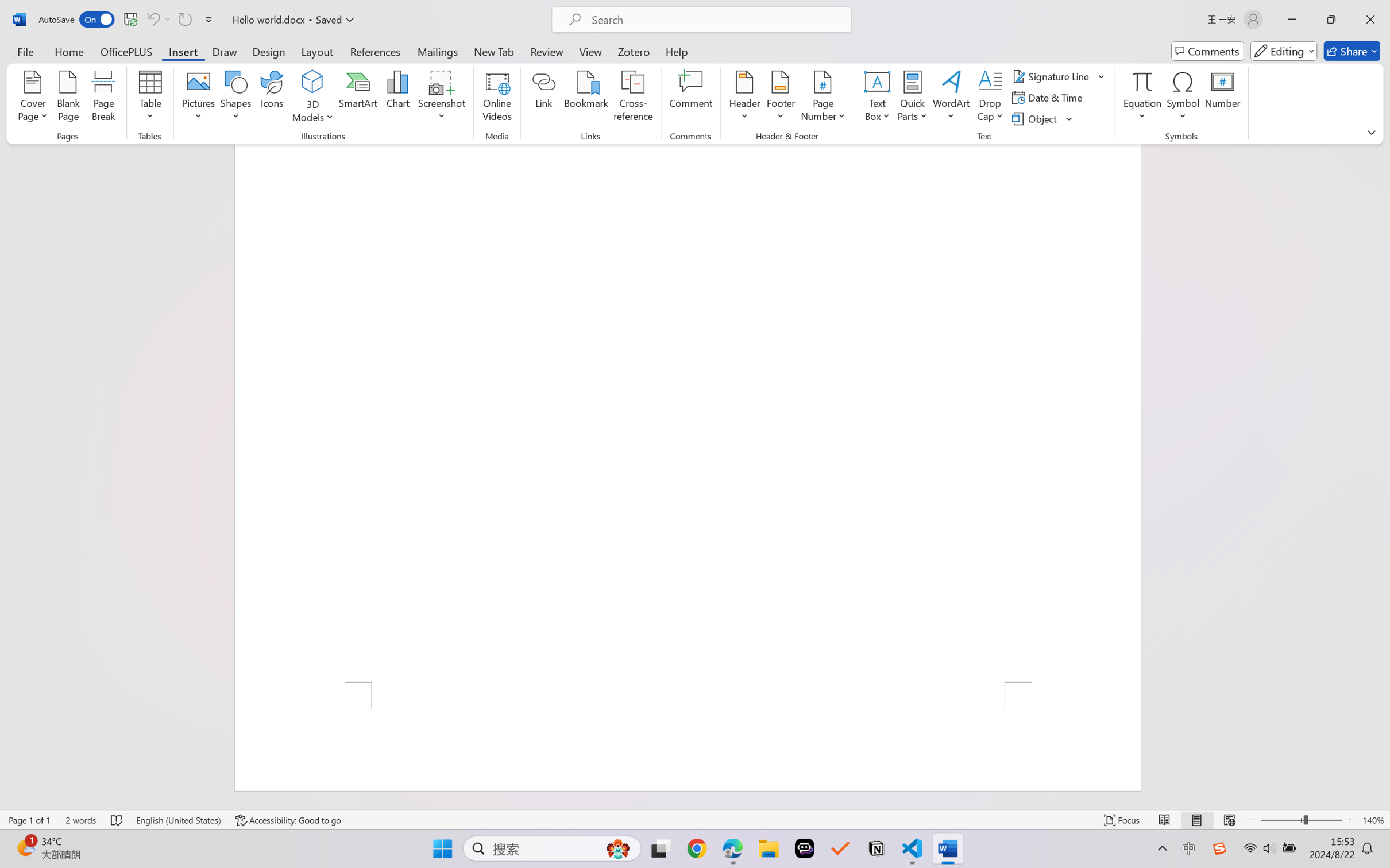  Describe the element at coordinates (25, 847) in the screenshot. I see `'AutomationID: BadgeAnchorLargeTicker'` at that location.